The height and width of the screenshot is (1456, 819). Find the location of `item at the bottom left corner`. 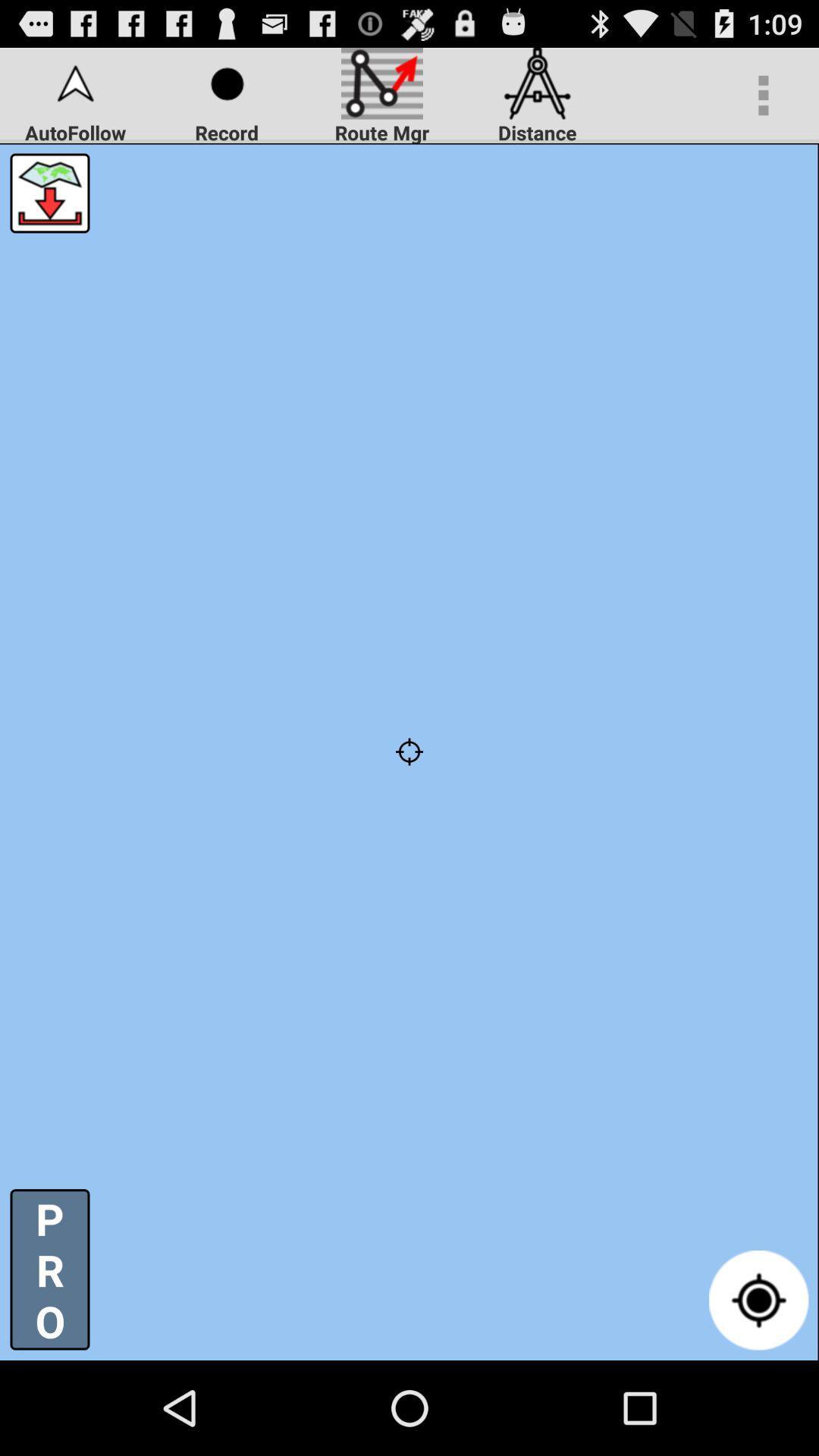

item at the bottom left corner is located at coordinates (49, 1269).